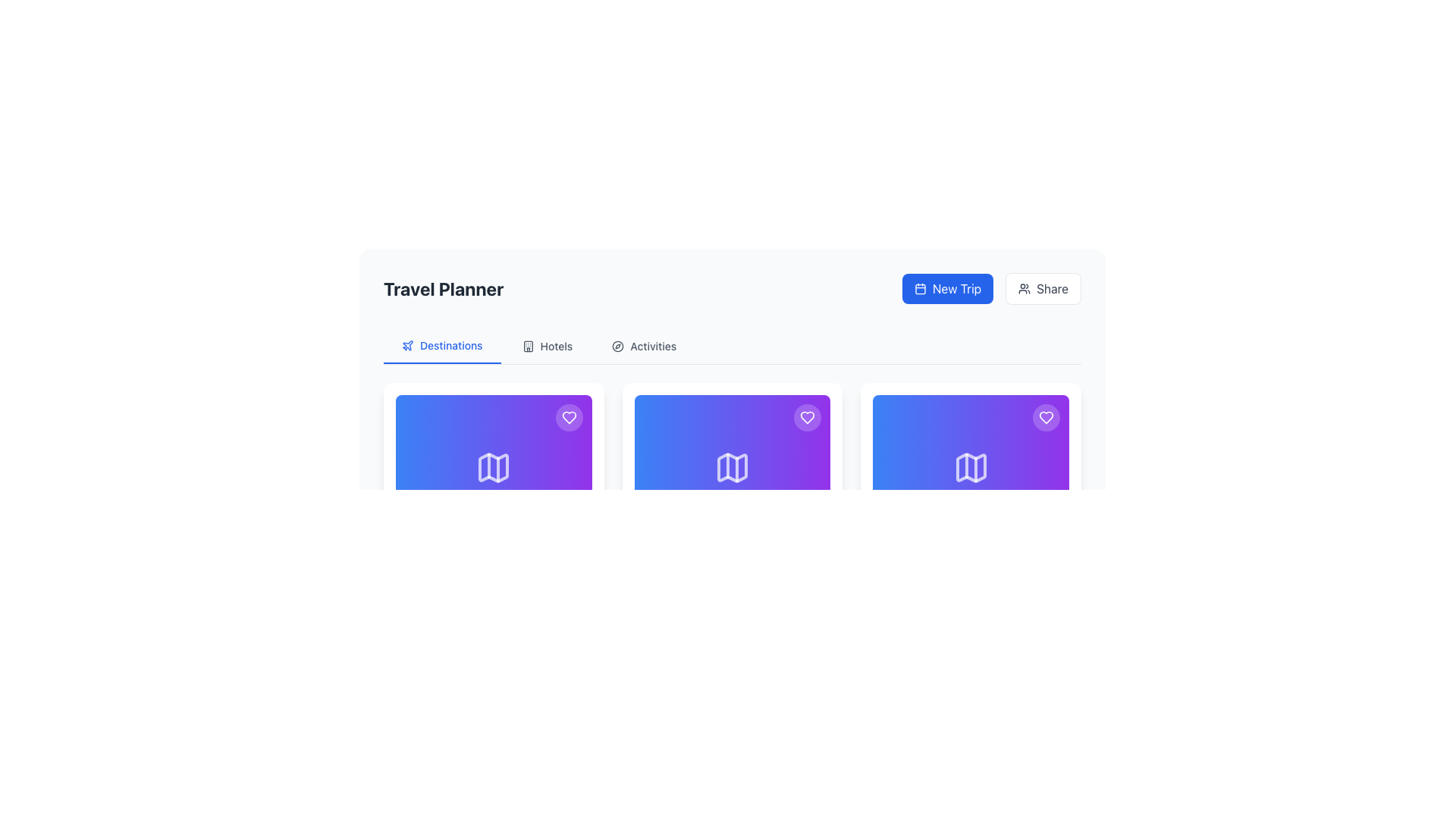 The height and width of the screenshot is (819, 1456). Describe the element at coordinates (568, 418) in the screenshot. I see `the 'like' or 'favorite' icon located in the top-right corner of the third card from the left in the 'Destinations' section` at that location.